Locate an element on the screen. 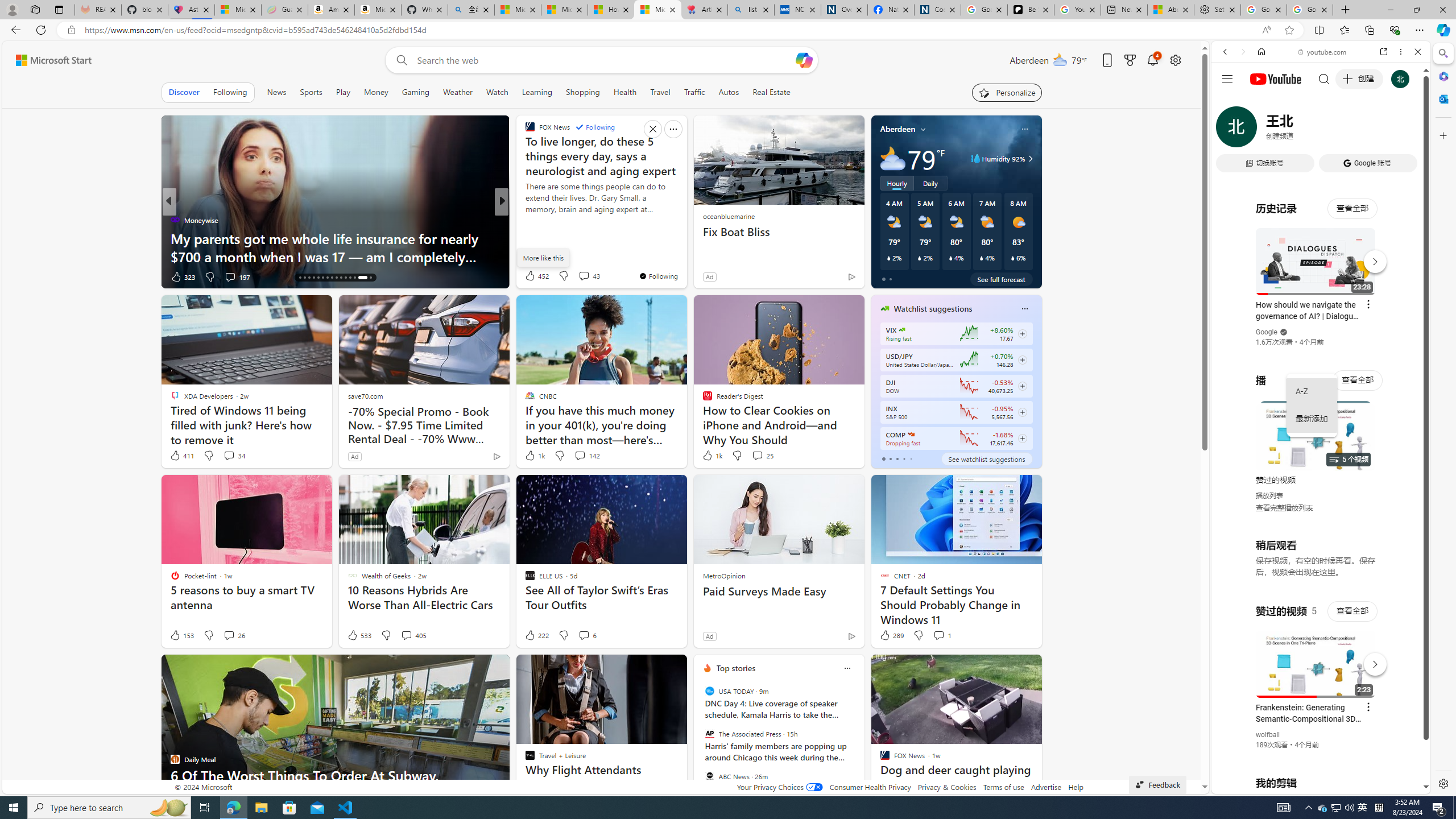 The width and height of the screenshot is (1456, 819). 'Mostly cloudy' is located at coordinates (892, 158).